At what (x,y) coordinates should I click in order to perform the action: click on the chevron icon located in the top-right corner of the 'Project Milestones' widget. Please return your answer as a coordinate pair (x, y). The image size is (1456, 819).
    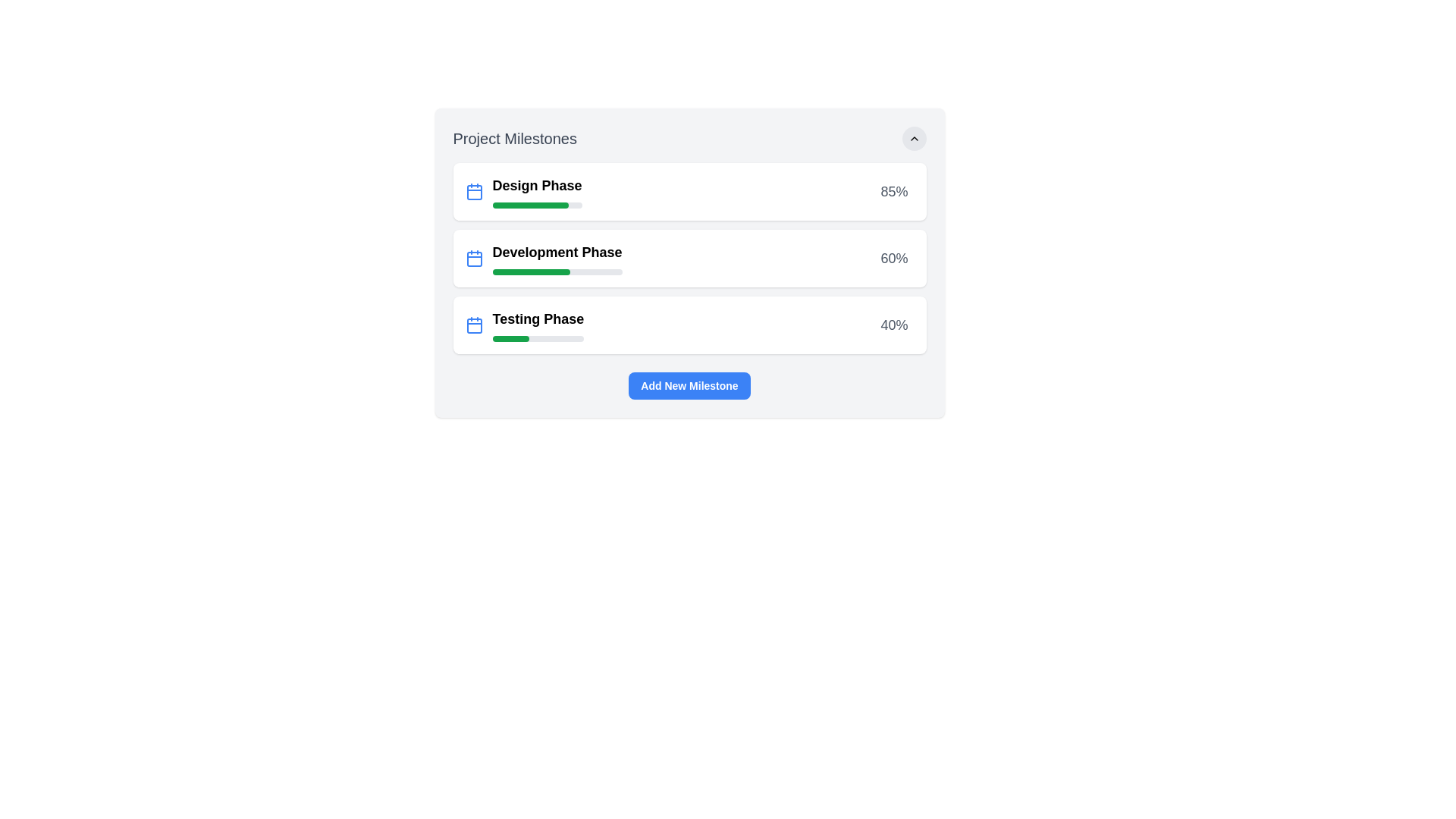
    Looking at the image, I should click on (913, 138).